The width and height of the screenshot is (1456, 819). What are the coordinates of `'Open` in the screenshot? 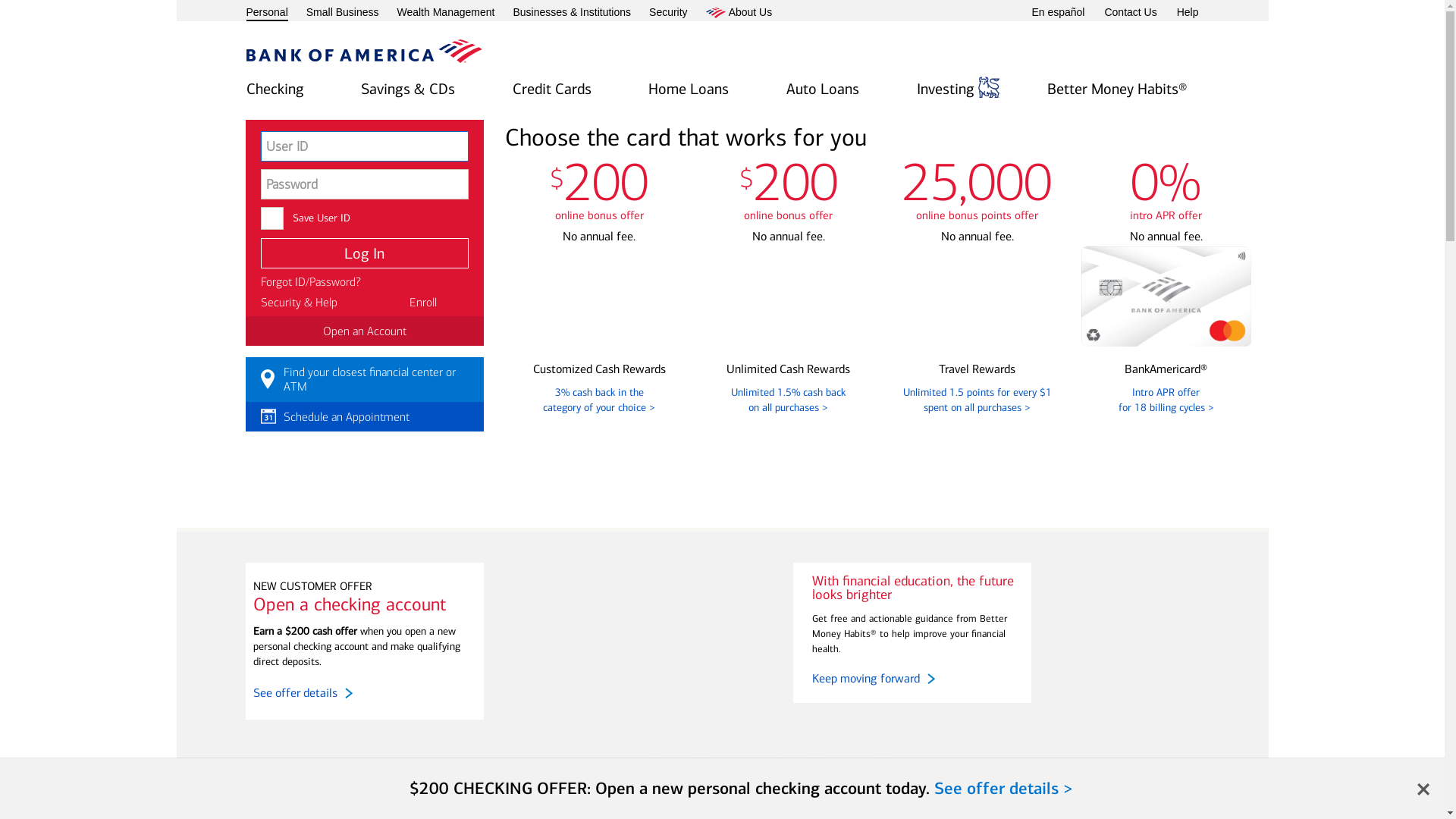 It's located at (407, 90).